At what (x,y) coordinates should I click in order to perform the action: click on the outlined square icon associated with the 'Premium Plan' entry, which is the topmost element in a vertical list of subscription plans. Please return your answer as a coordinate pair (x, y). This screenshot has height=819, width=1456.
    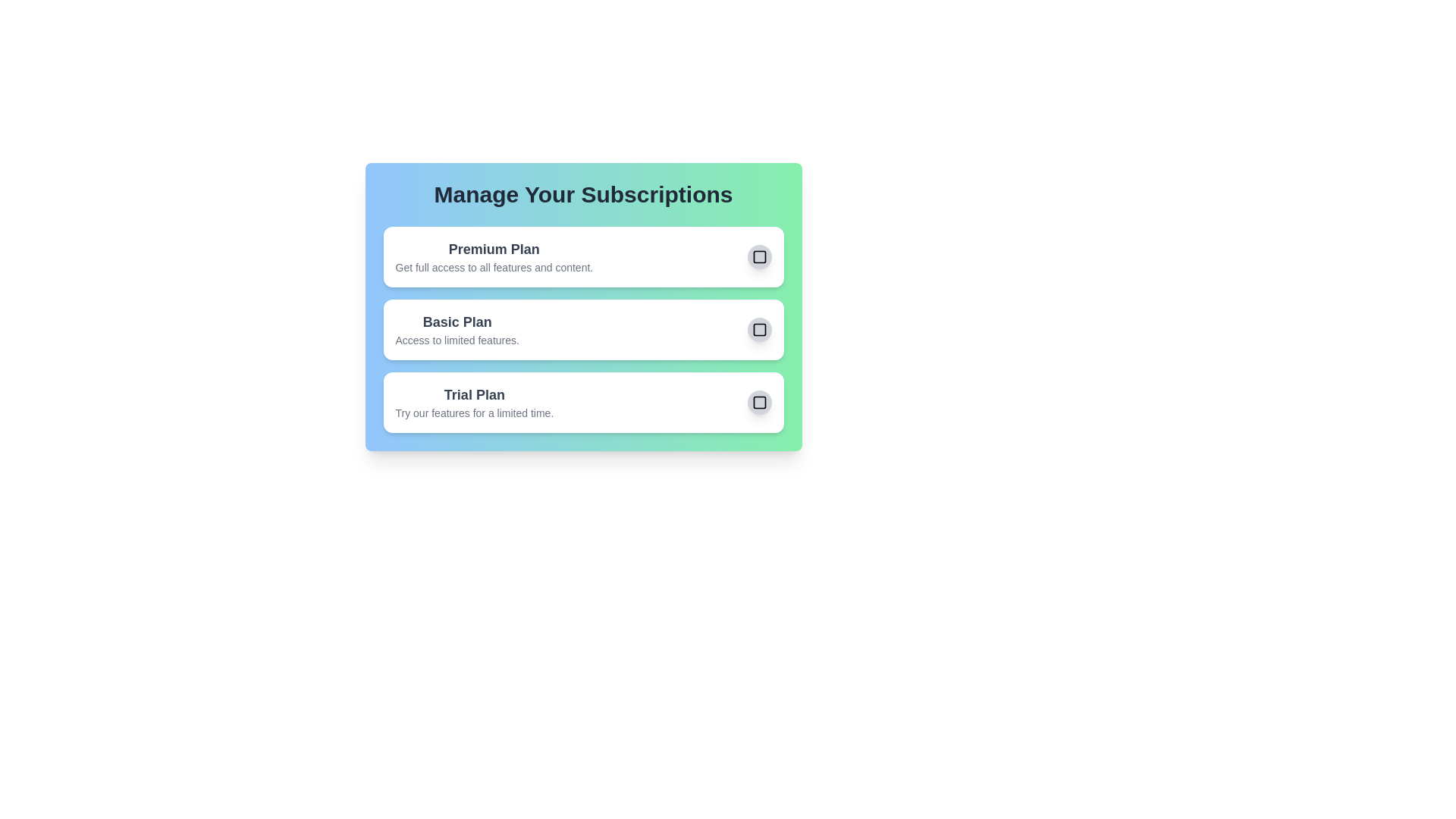
    Looking at the image, I should click on (759, 256).